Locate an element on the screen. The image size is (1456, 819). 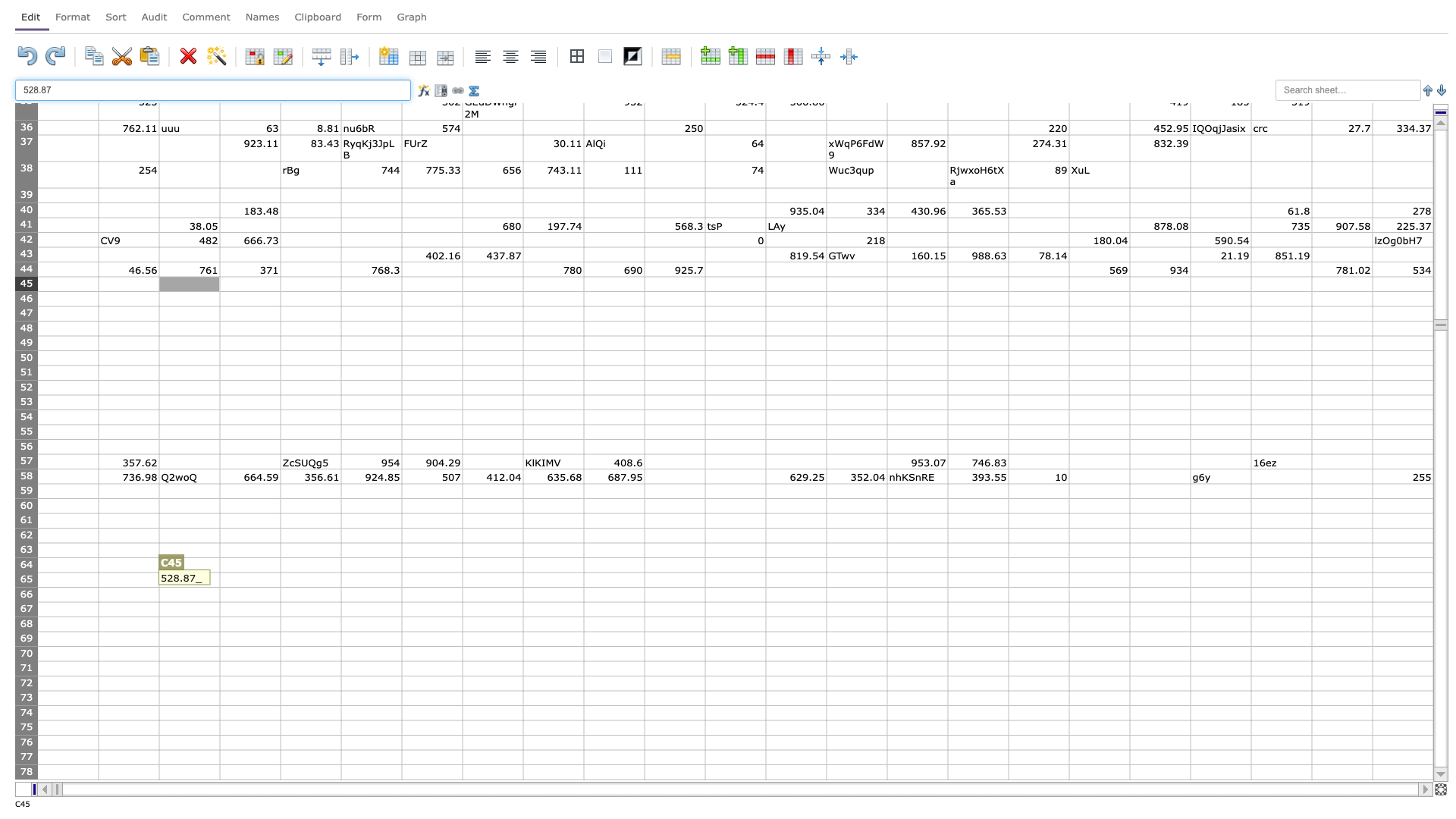
bottom right corner of G65 is located at coordinates (461, 586).